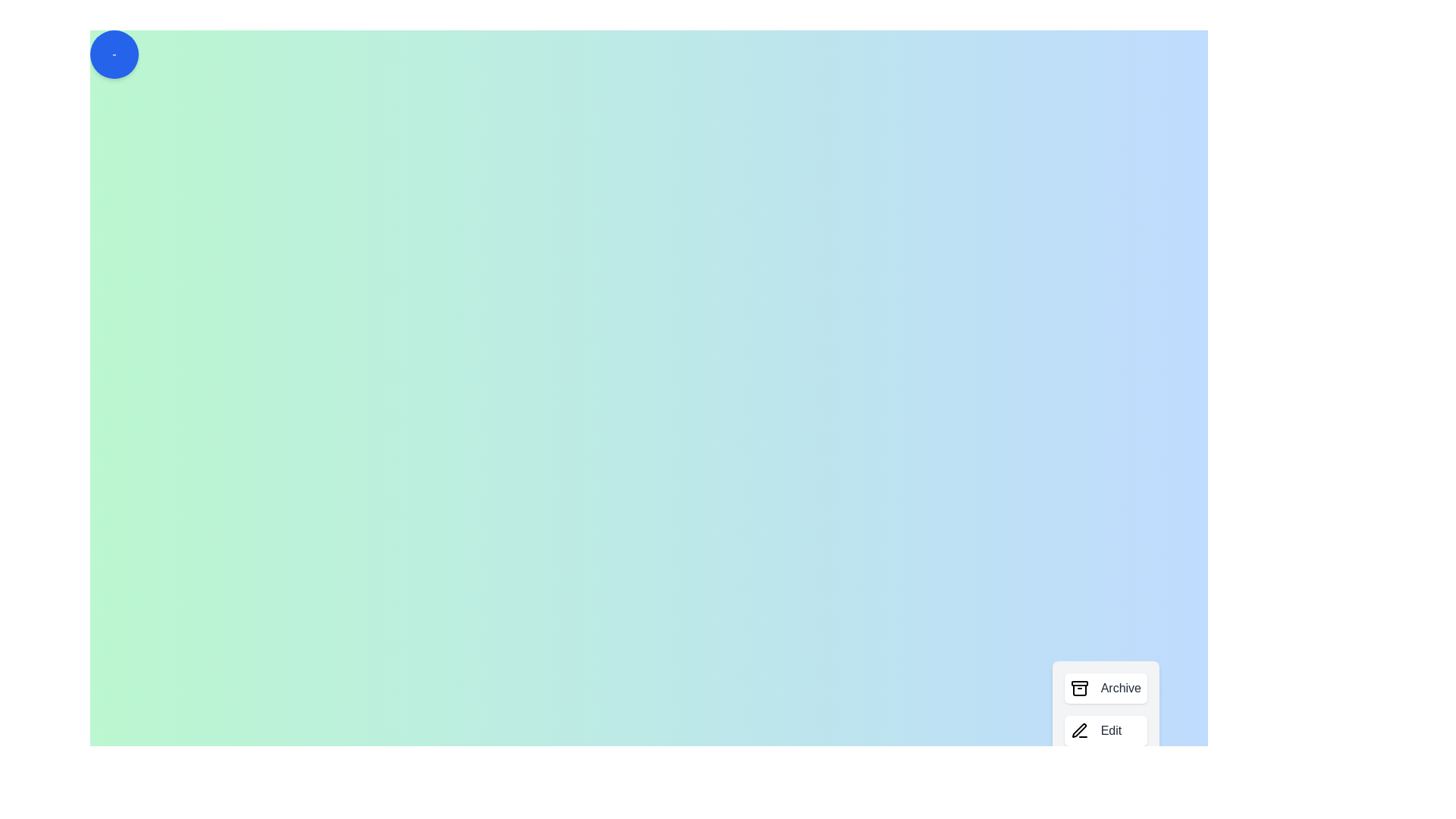 The image size is (1456, 819). Describe the element at coordinates (1106, 688) in the screenshot. I see `the 'Archive' button located at the bottom right of the interface, which is the first option in a vertically stacked group of buttons` at that location.